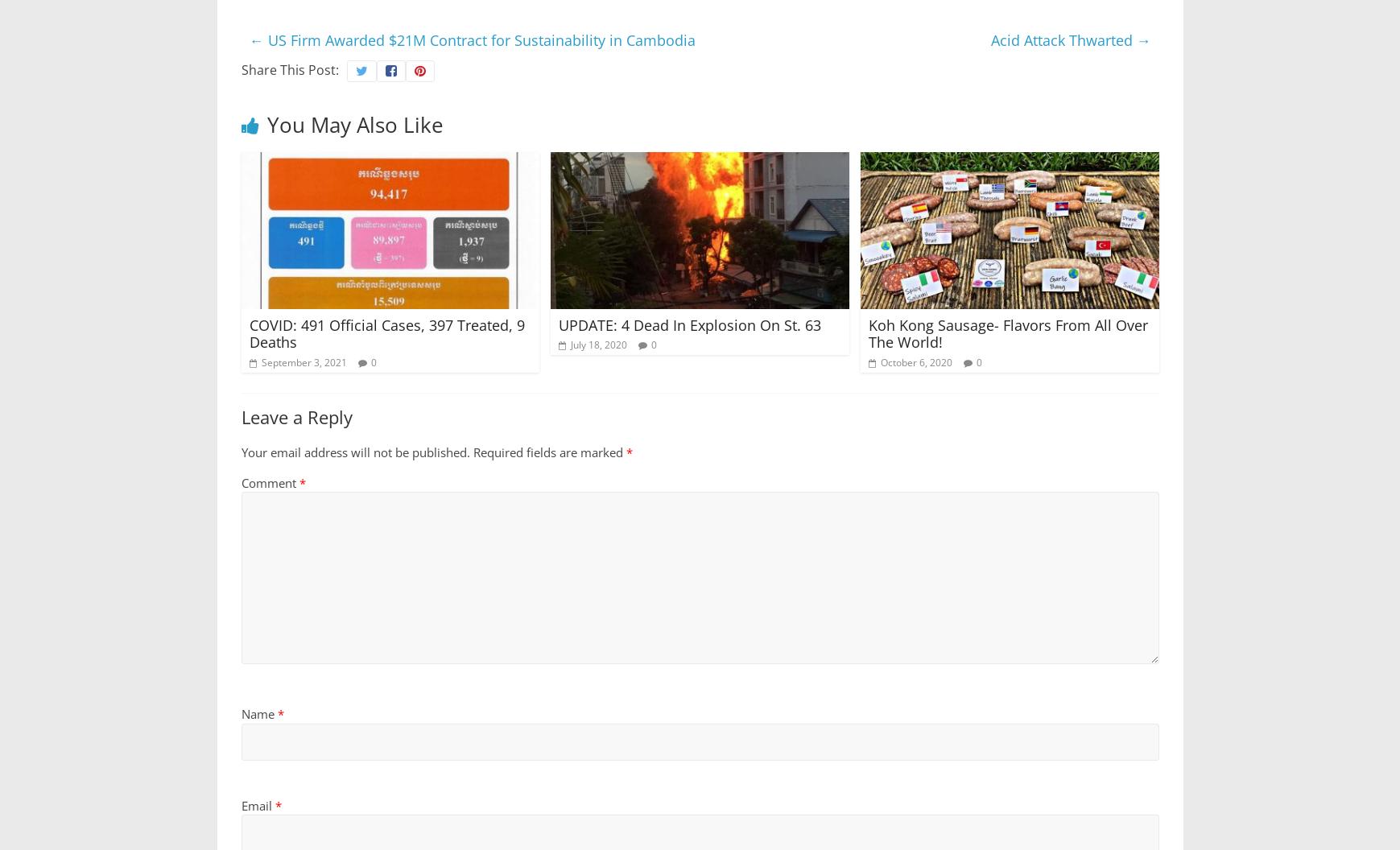 This screenshot has height=850, width=1400. What do you see at coordinates (355, 451) in the screenshot?
I see `'Your email address will not be published.'` at bounding box center [355, 451].